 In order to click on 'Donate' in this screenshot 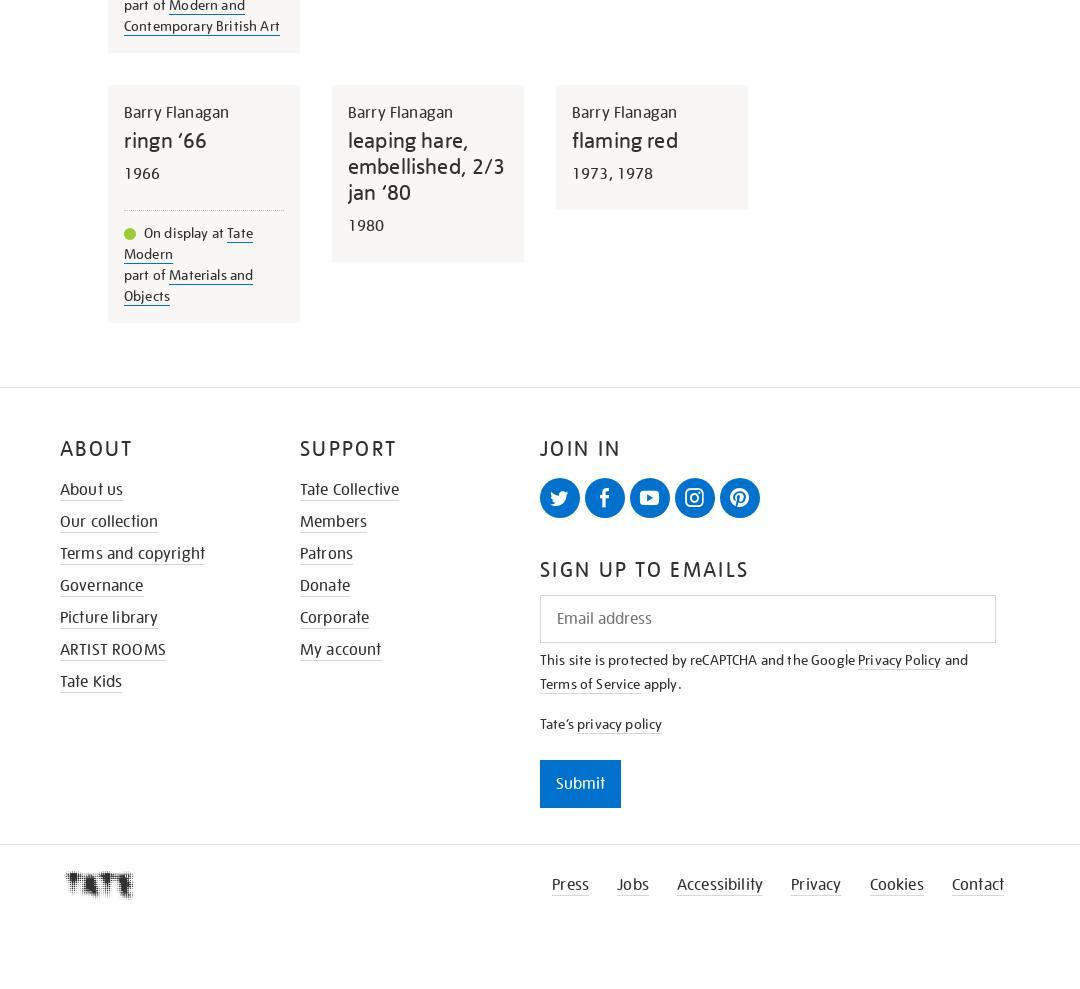, I will do `click(300, 583)`.